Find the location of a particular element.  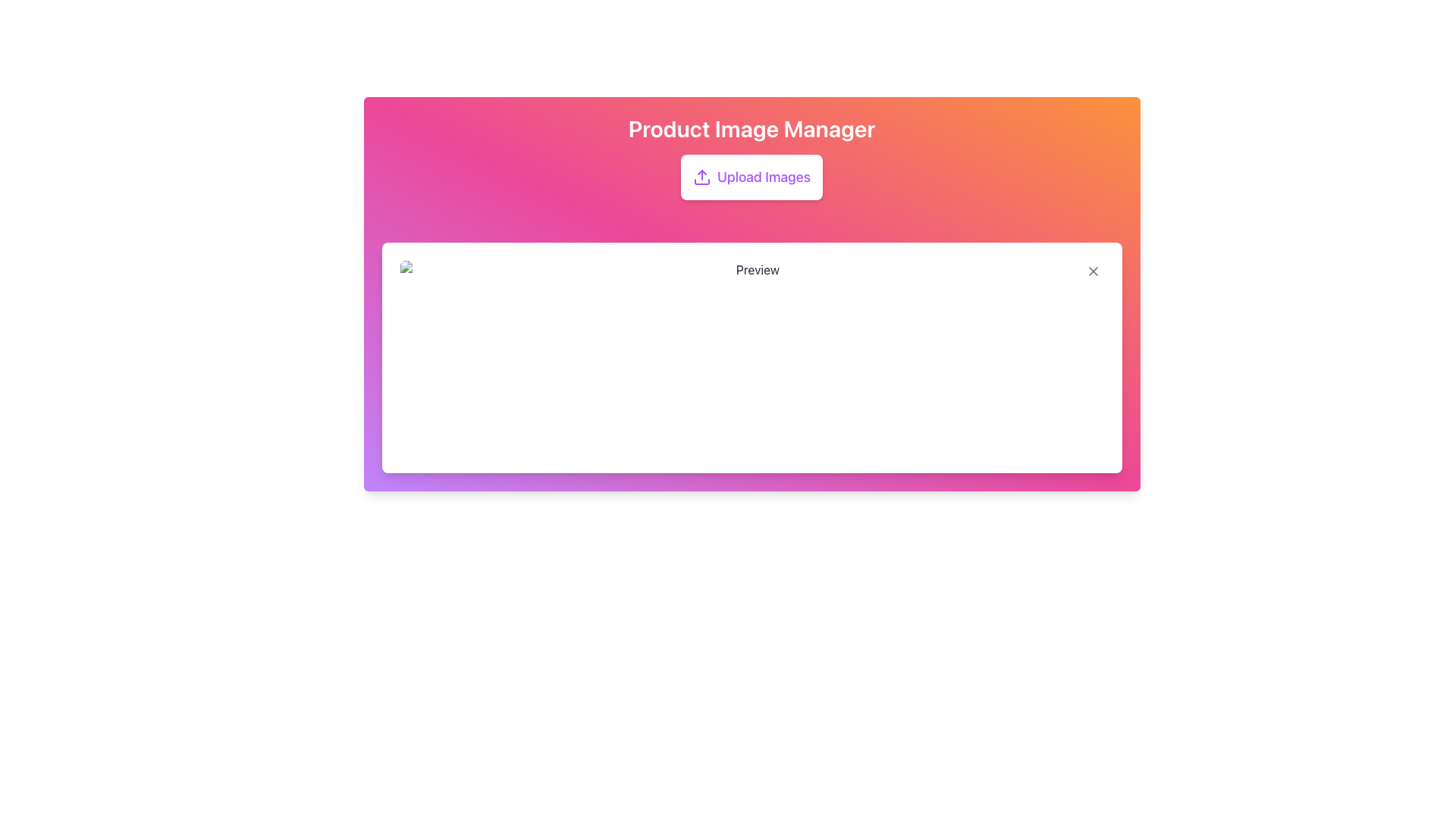

the large rectangular image placeholder labeled 'Preview' located in the center of a rounded, shadowed white card beneath the upload section is located at coordinates (752, 357).